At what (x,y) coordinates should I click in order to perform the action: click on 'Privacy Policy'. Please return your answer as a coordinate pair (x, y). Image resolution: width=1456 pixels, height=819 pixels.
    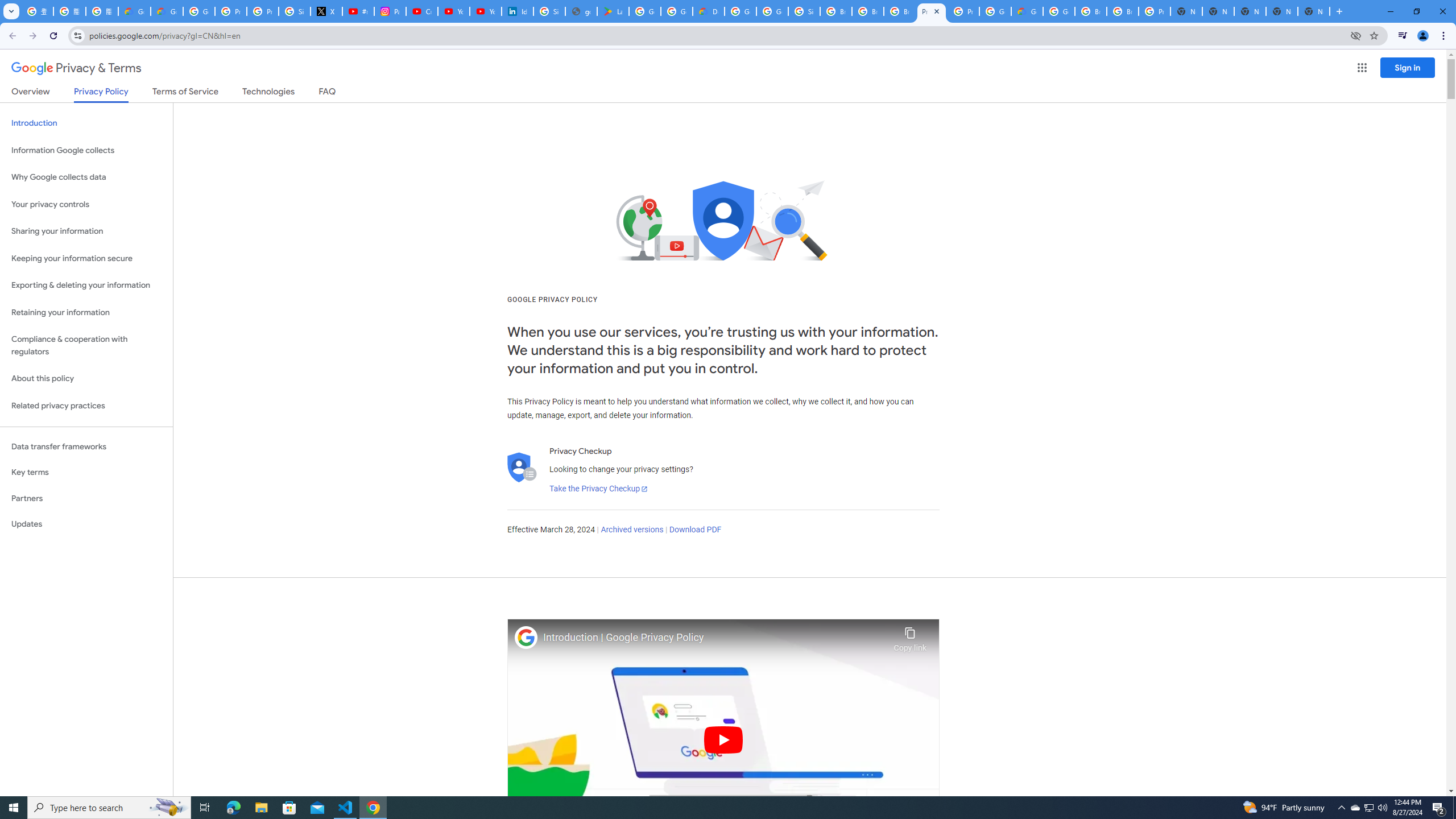
    Looking at the image, I should click on (100, 94).